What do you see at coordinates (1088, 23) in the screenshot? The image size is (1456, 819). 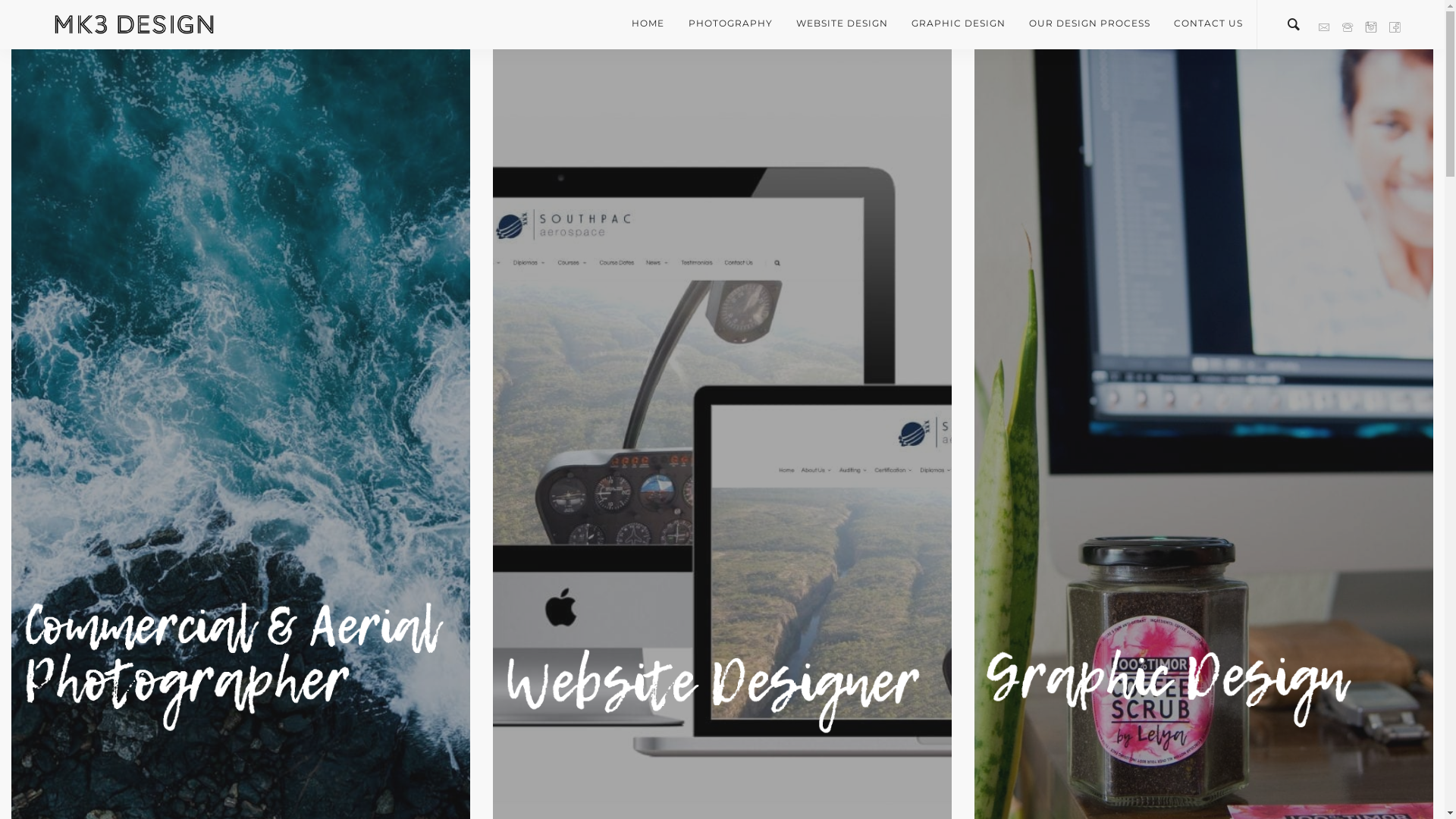 I see `'OUR DESIGN PROCESS'` at bounding box center [1088, 23].